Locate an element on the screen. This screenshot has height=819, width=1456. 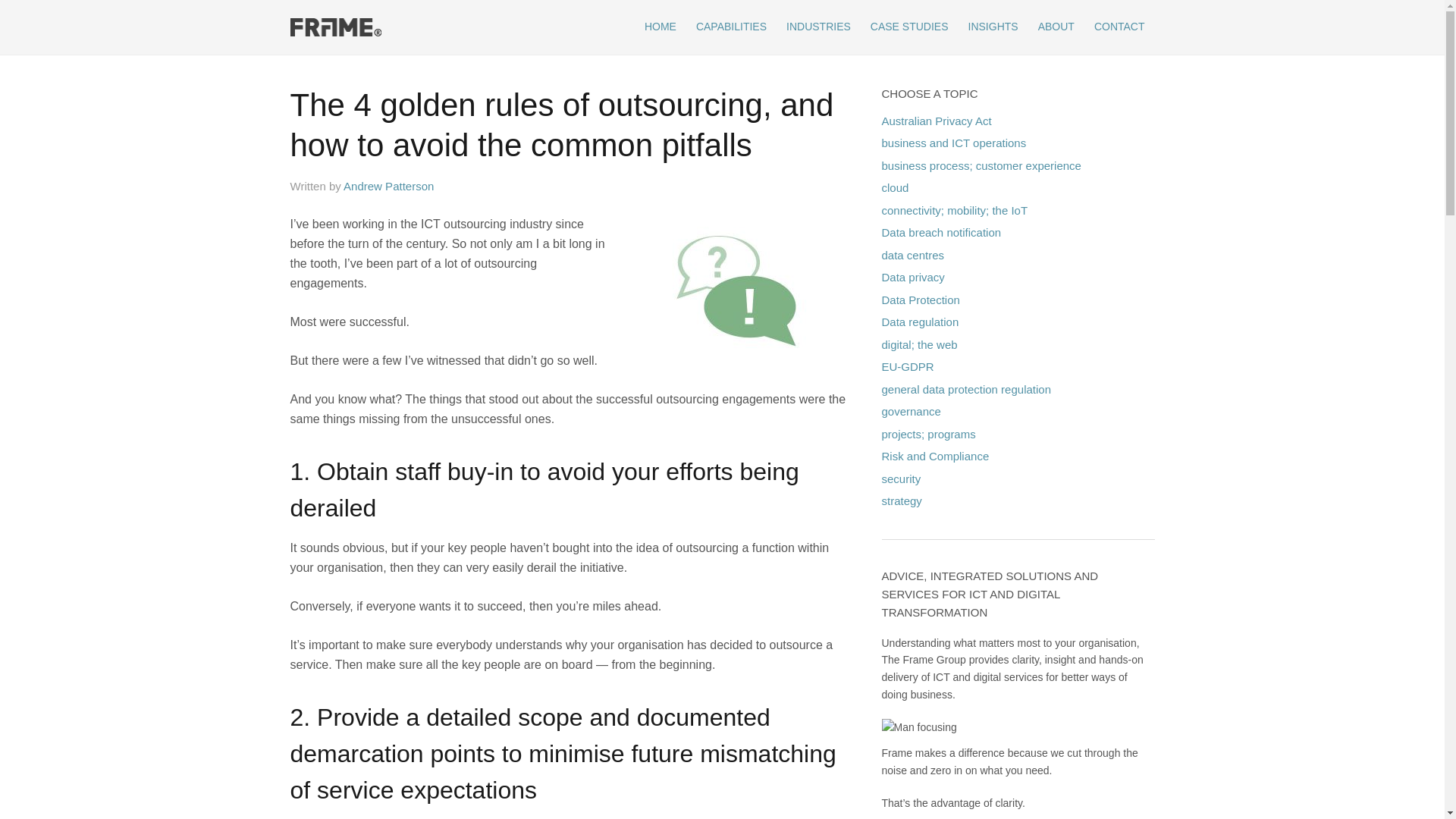
'Andrew Patterson' is located at coordinates (342, 185).